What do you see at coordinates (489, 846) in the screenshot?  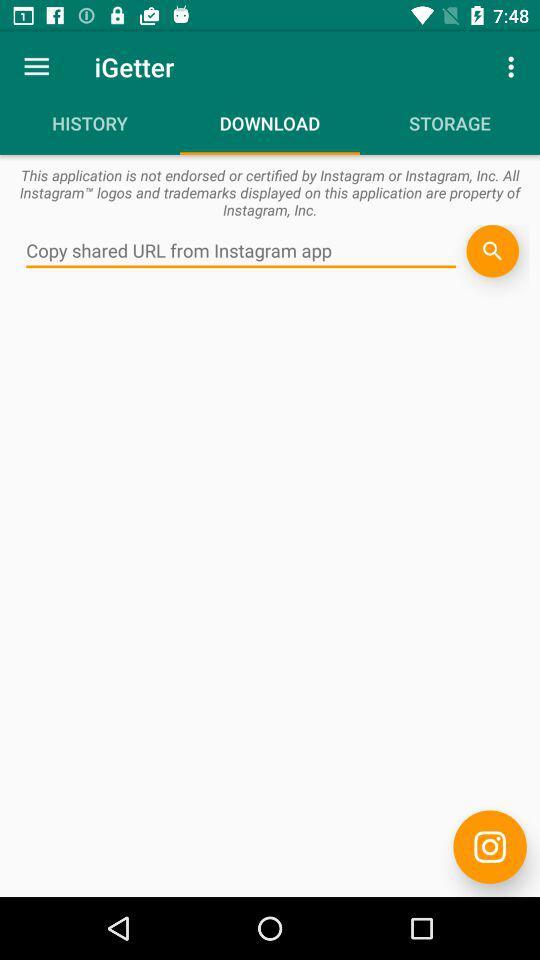 I see `post to instagram` at bounding box center [489, 846].